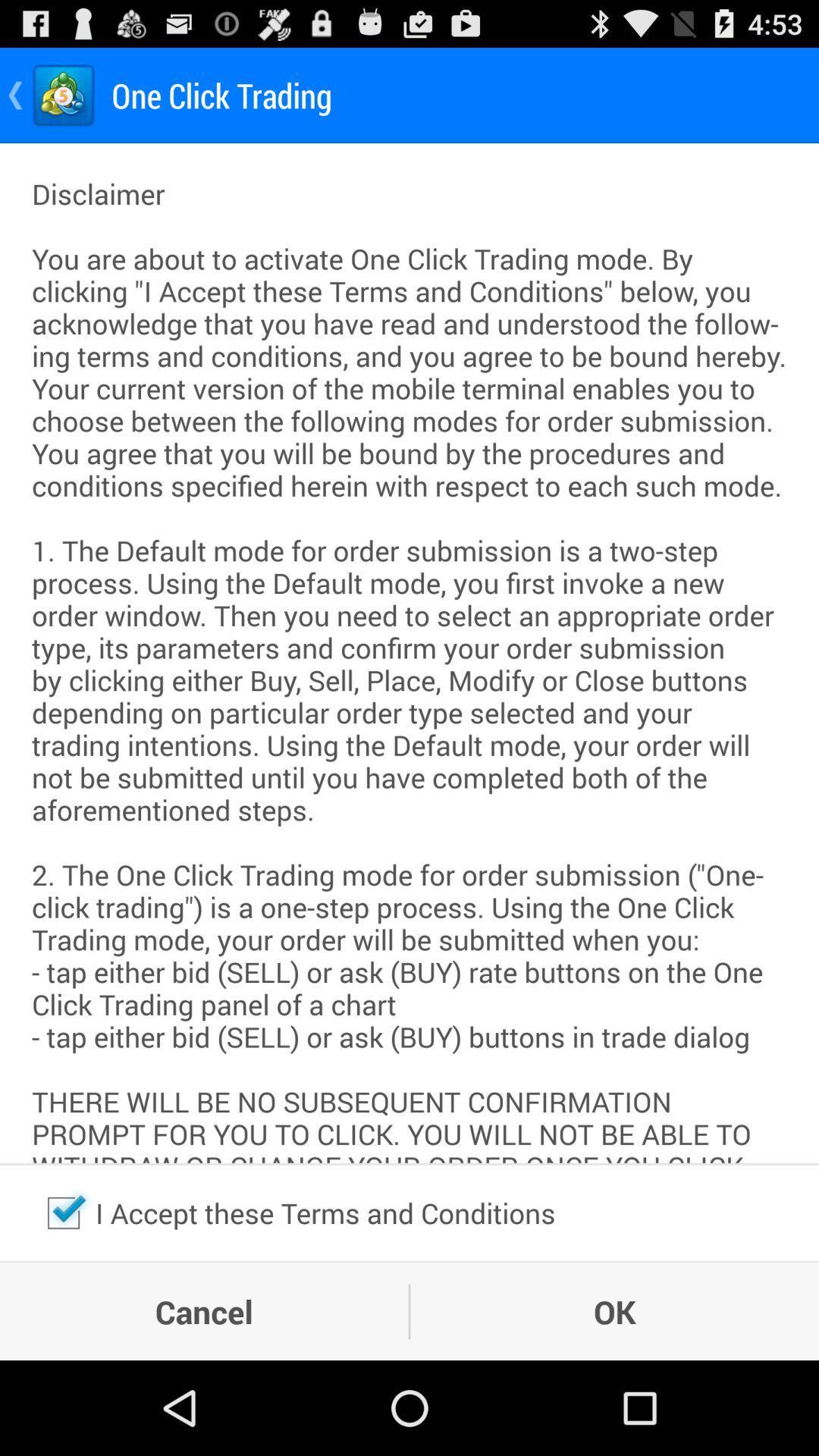 The image size is (819, 1456). Describe the element at coordinates (63, 1212) in the screenshot. I see `the item to the left of the i accept these item` at that location.